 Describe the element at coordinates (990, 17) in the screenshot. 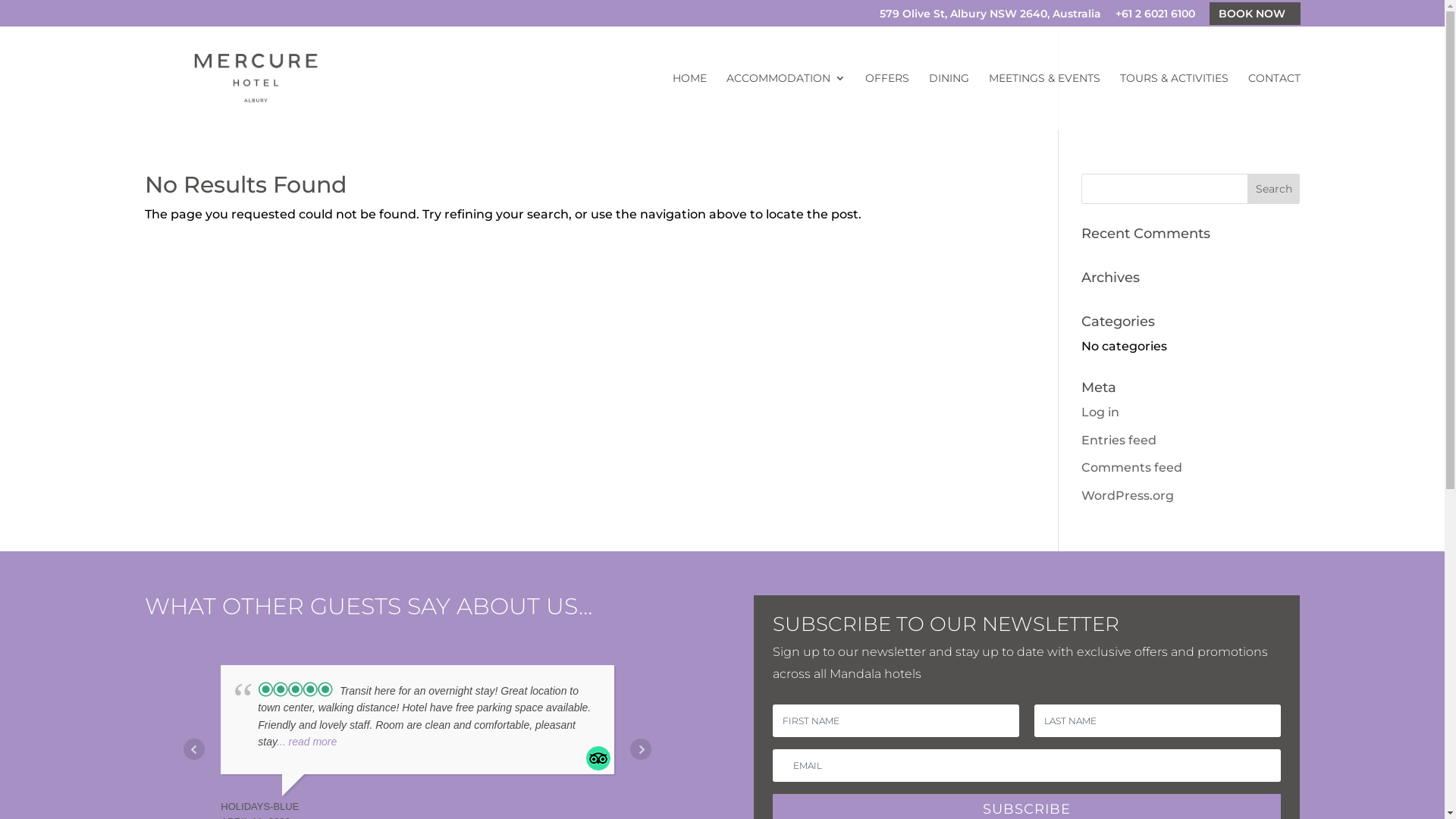

I see `'579 Olive St, Albury NSW 2640, Australia'` at that location.